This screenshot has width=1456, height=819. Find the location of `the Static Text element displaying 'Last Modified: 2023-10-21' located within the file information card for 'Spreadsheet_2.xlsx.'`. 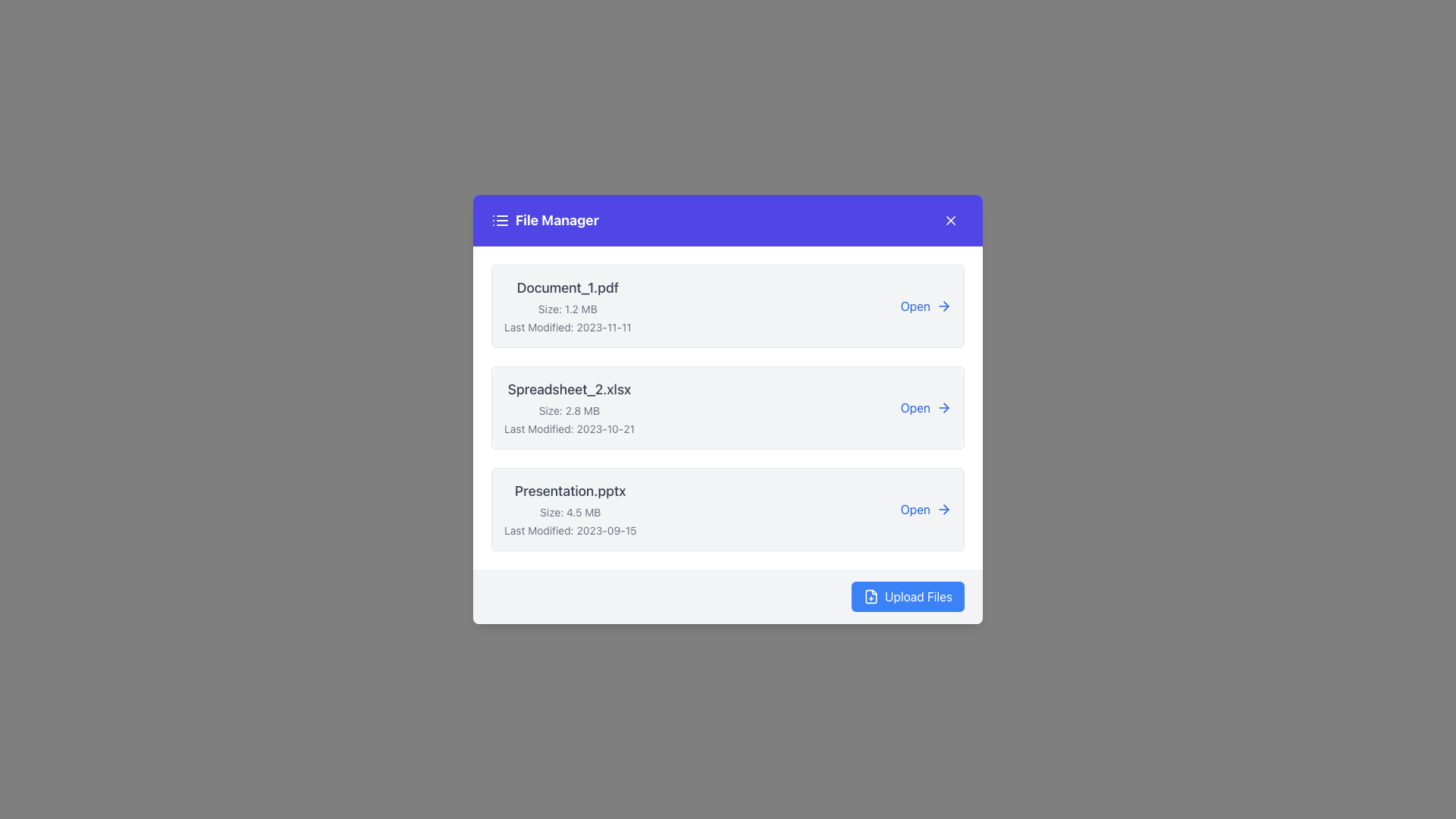

the Static Text element displaying 'Last Modified: 2023-10-21' located within the file information card for 'Spreadsheet_2.xlsx.' is located at coordinates (568, 429).